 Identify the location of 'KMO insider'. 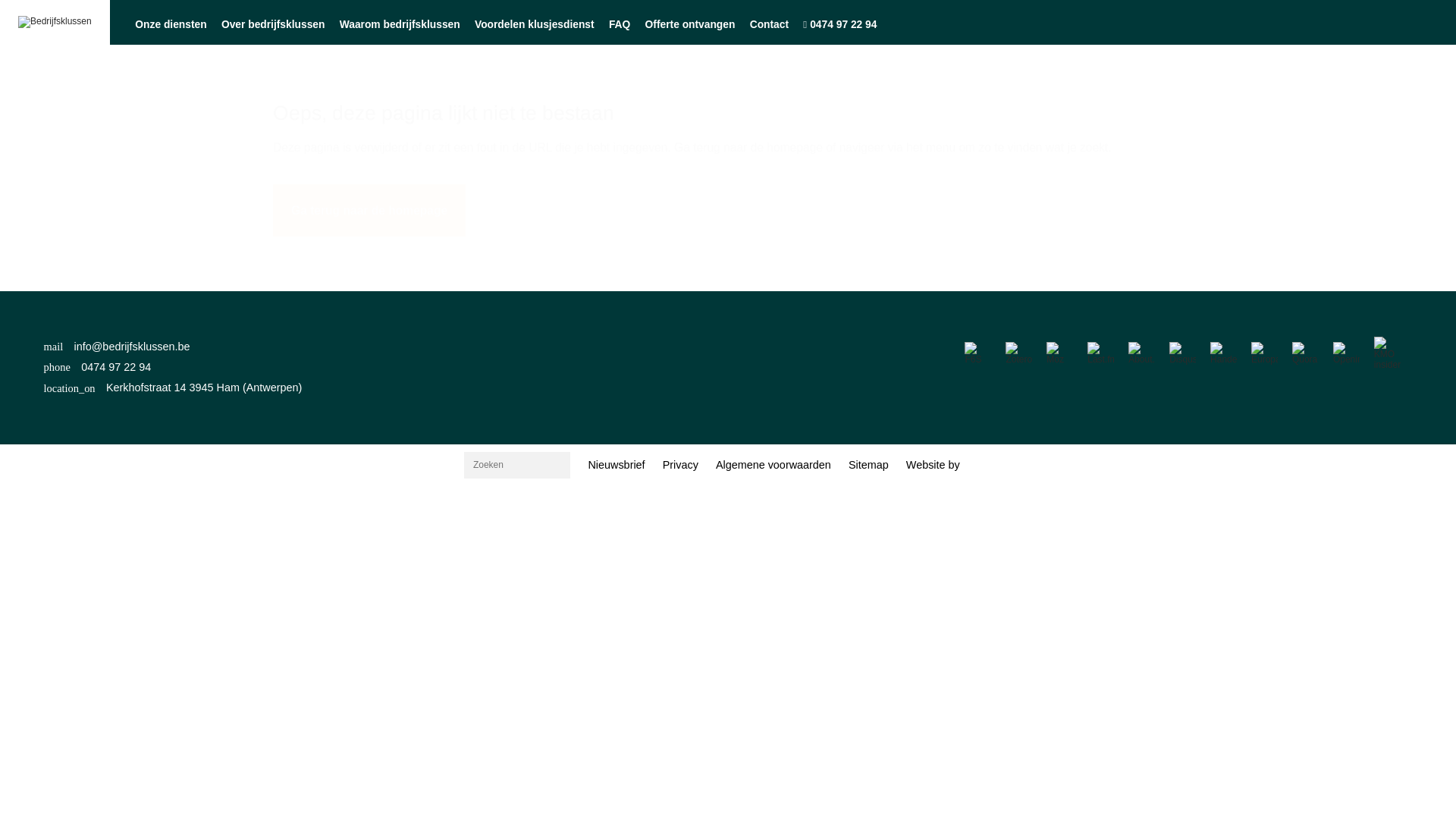
(1373, 353).